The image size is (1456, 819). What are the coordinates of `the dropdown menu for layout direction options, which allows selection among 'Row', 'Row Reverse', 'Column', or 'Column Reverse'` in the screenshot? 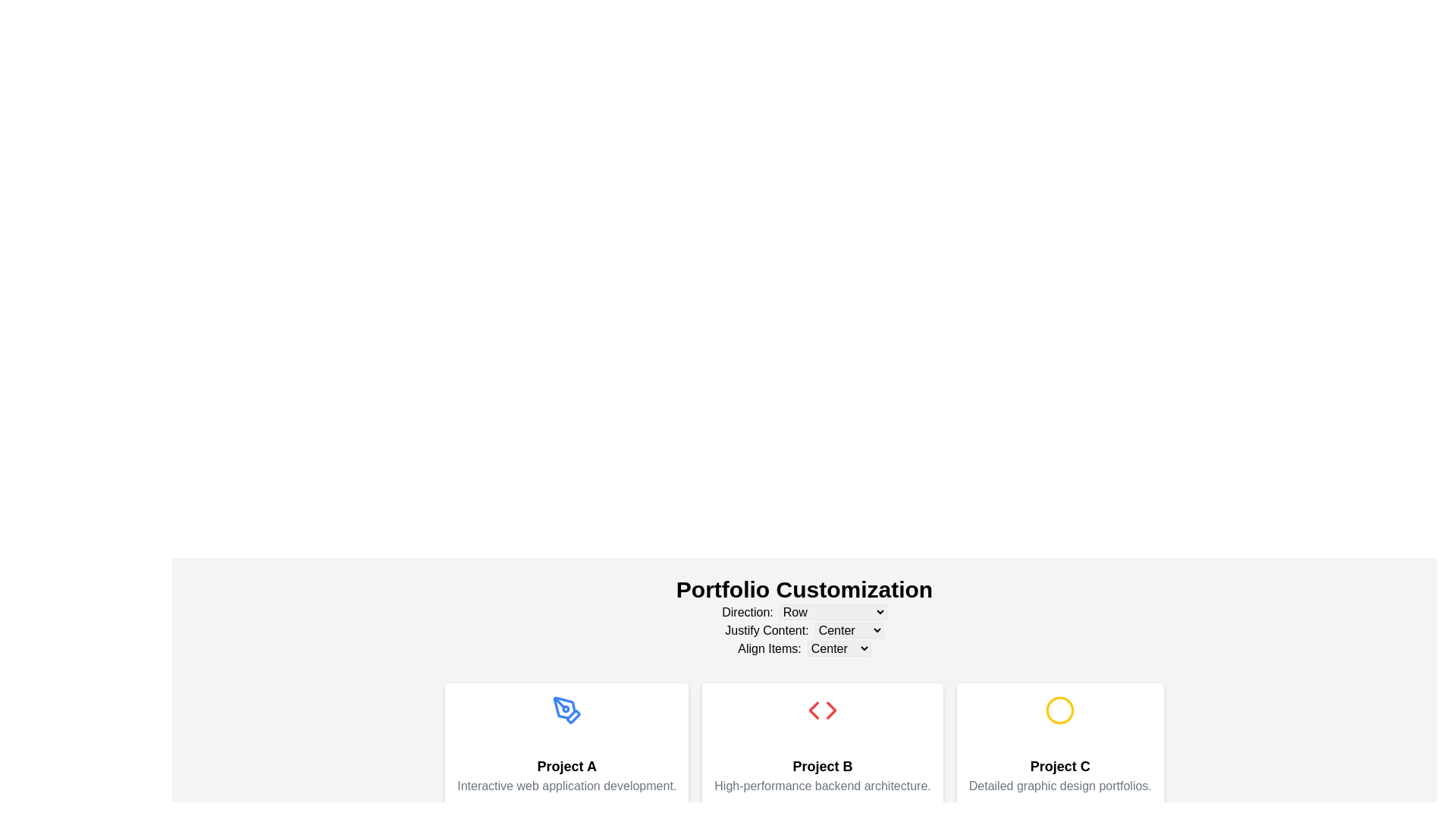 It's located at (832, 611).